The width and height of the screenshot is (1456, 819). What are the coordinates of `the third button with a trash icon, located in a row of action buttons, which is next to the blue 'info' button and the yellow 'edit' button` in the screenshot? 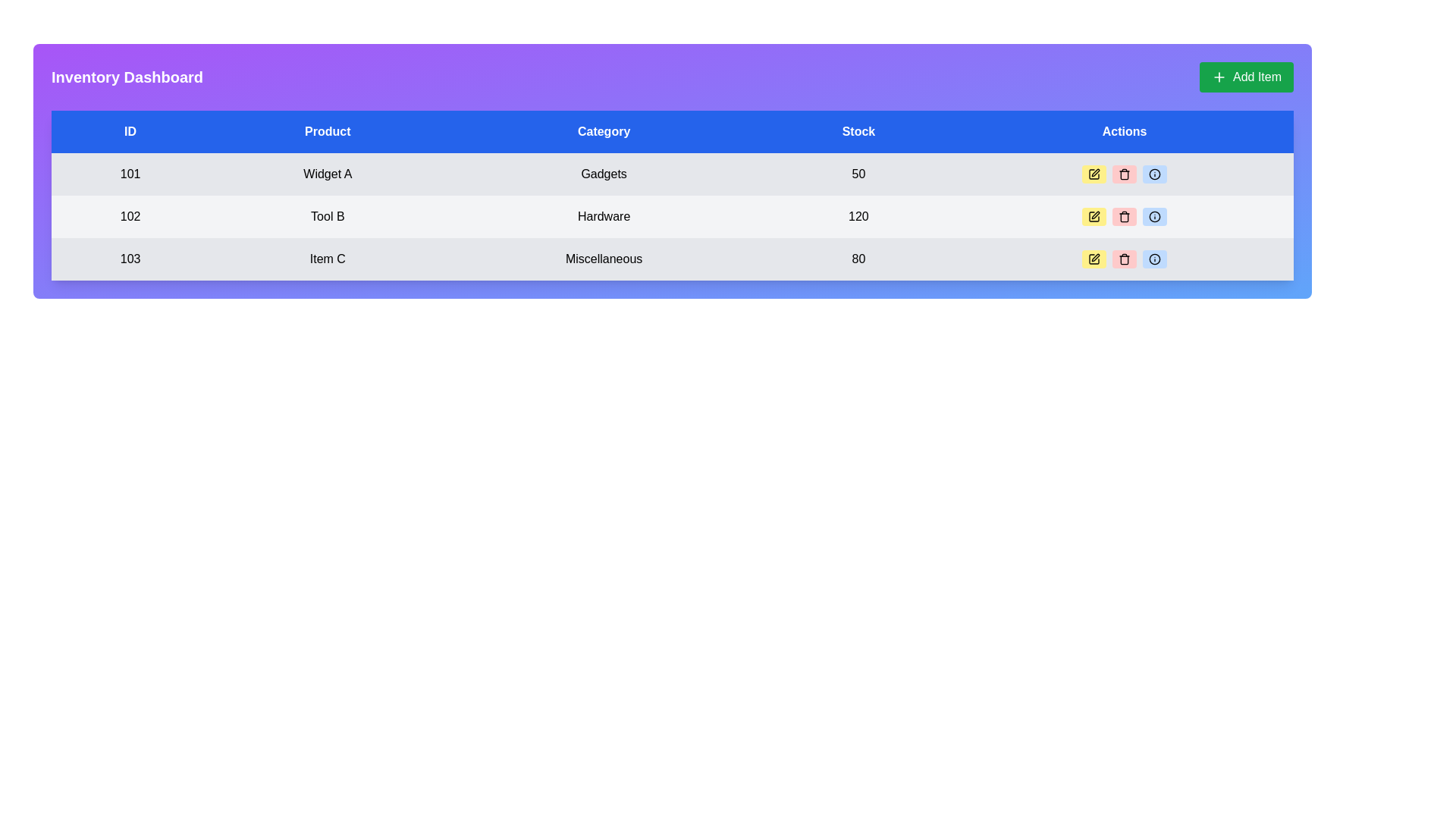 It's located at (1125, 174).